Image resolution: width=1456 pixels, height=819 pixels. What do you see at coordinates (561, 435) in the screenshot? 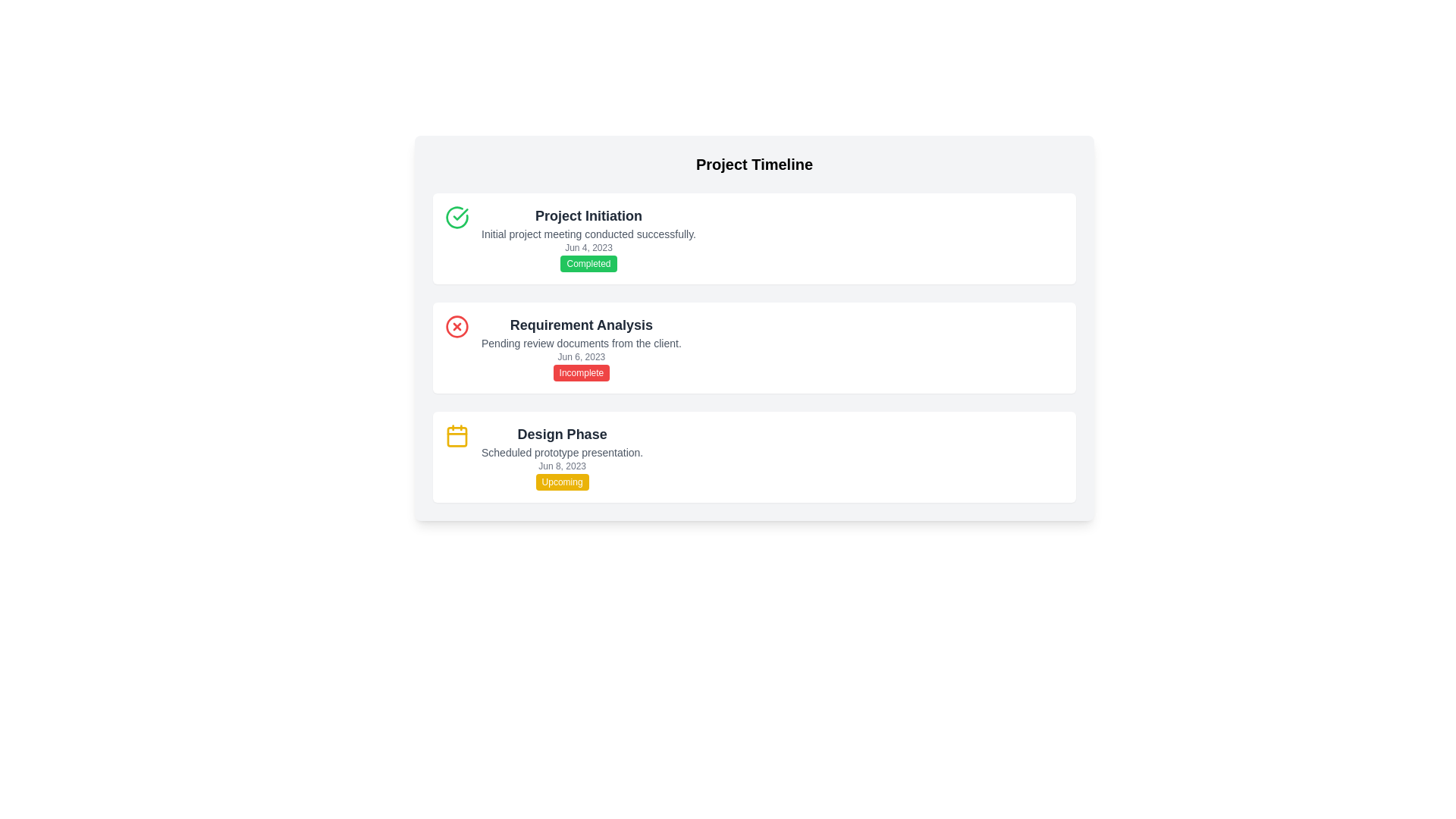
I see `text content of the Text Label indicating the 'Design Phase' in the project's timeline, which is positioned above the description 'Scheduled prototype presentation.'` at bounding box center [561, 435].